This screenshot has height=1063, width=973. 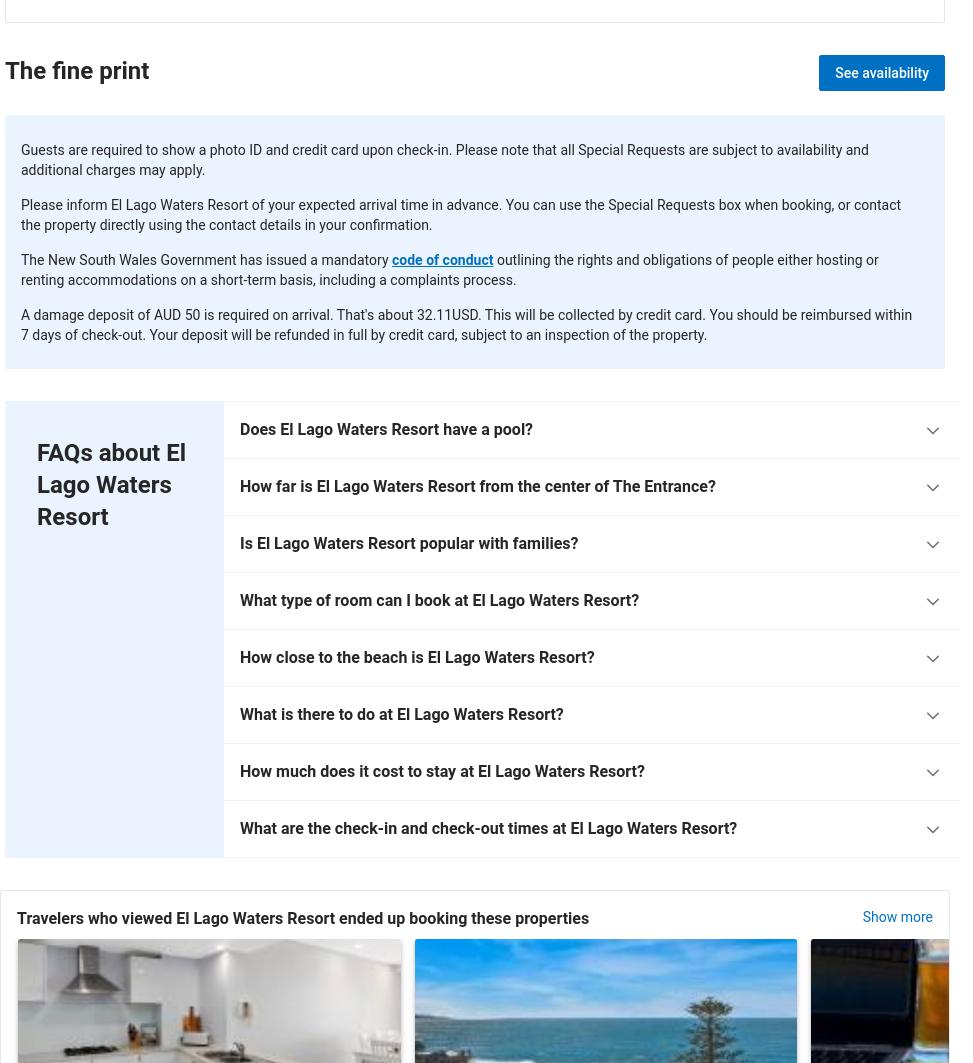 What do you see at coordinates (17, 917) in the screenshot?
I see `'Travelers who viewed El Lago Waters Resort ended up booking these properties'` at bounding box center [17, 917].